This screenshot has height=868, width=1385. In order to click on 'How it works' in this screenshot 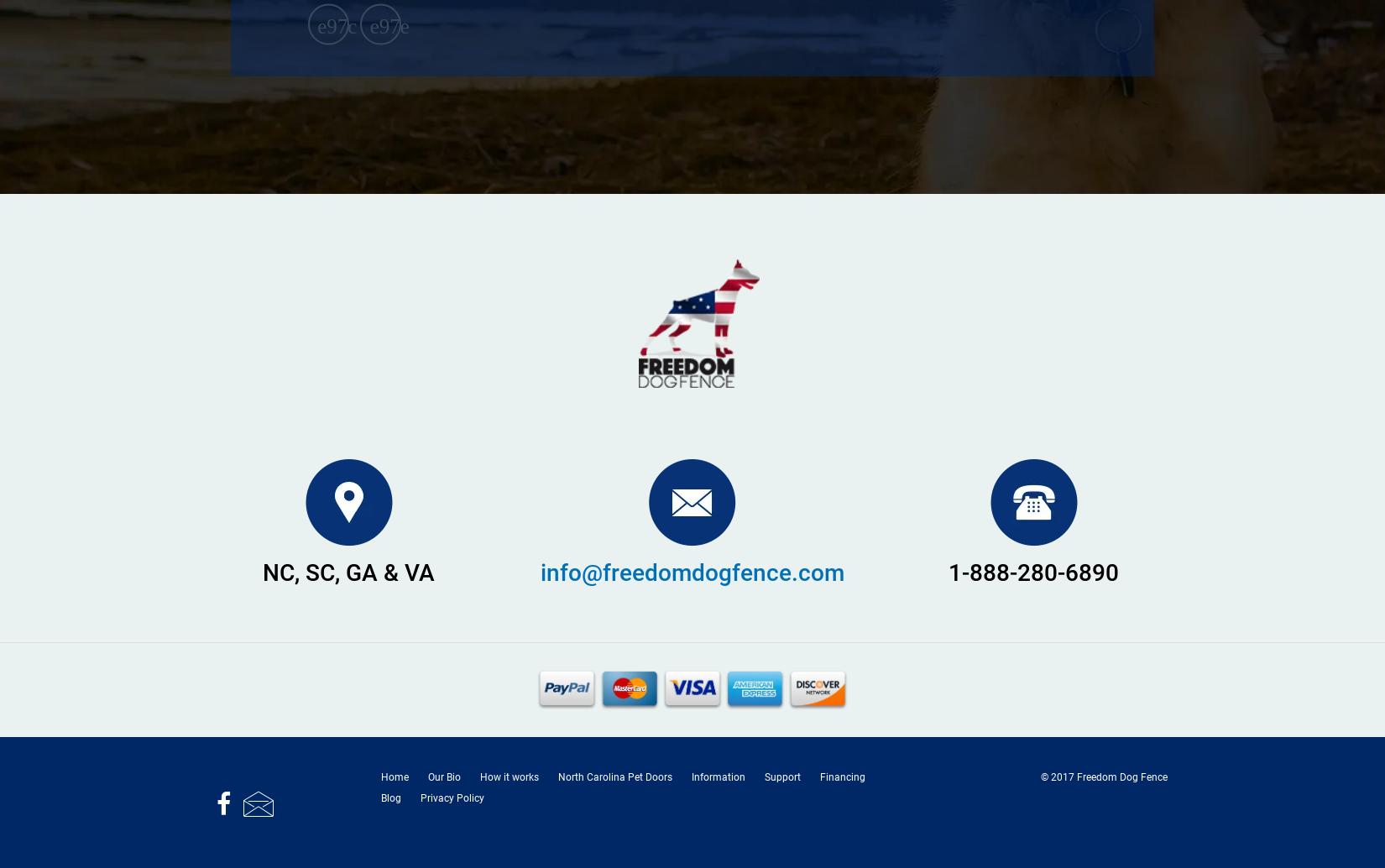, I will do `click(509, 776)`.